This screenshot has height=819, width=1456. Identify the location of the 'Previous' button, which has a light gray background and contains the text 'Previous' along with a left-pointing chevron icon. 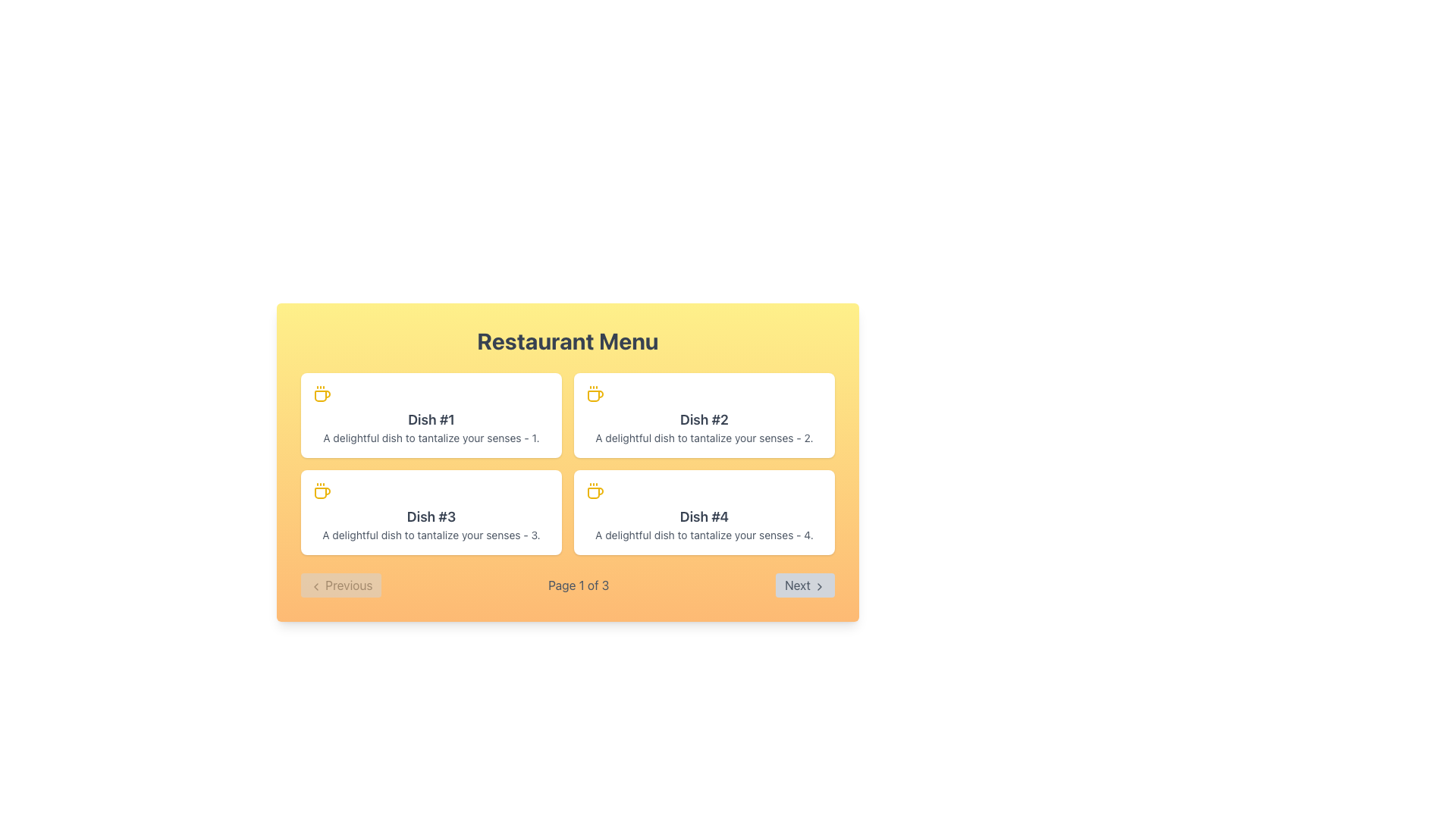
(340, 584).